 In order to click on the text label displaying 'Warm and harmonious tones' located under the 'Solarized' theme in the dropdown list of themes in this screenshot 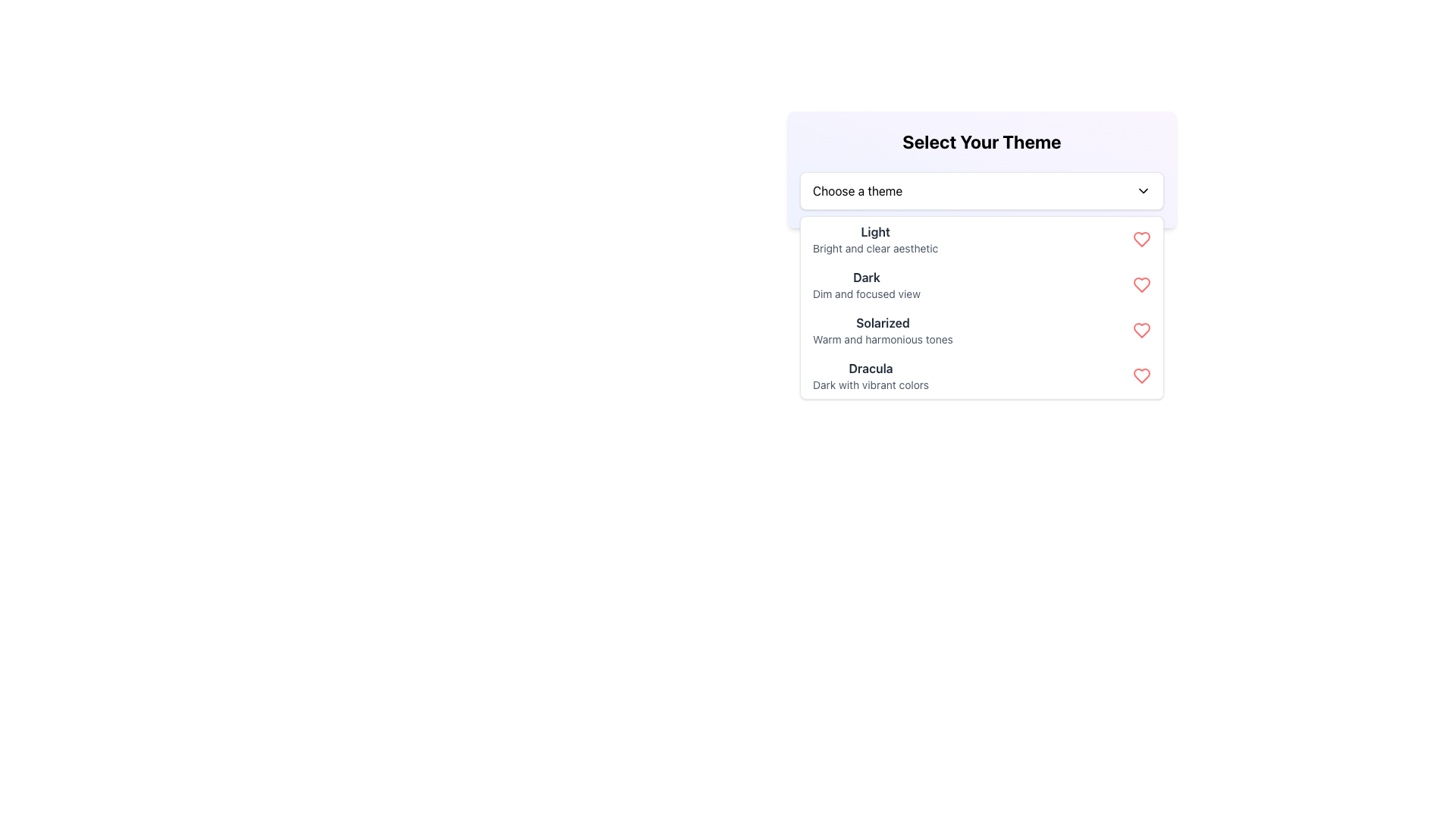, I will do `click(883, 338)`.